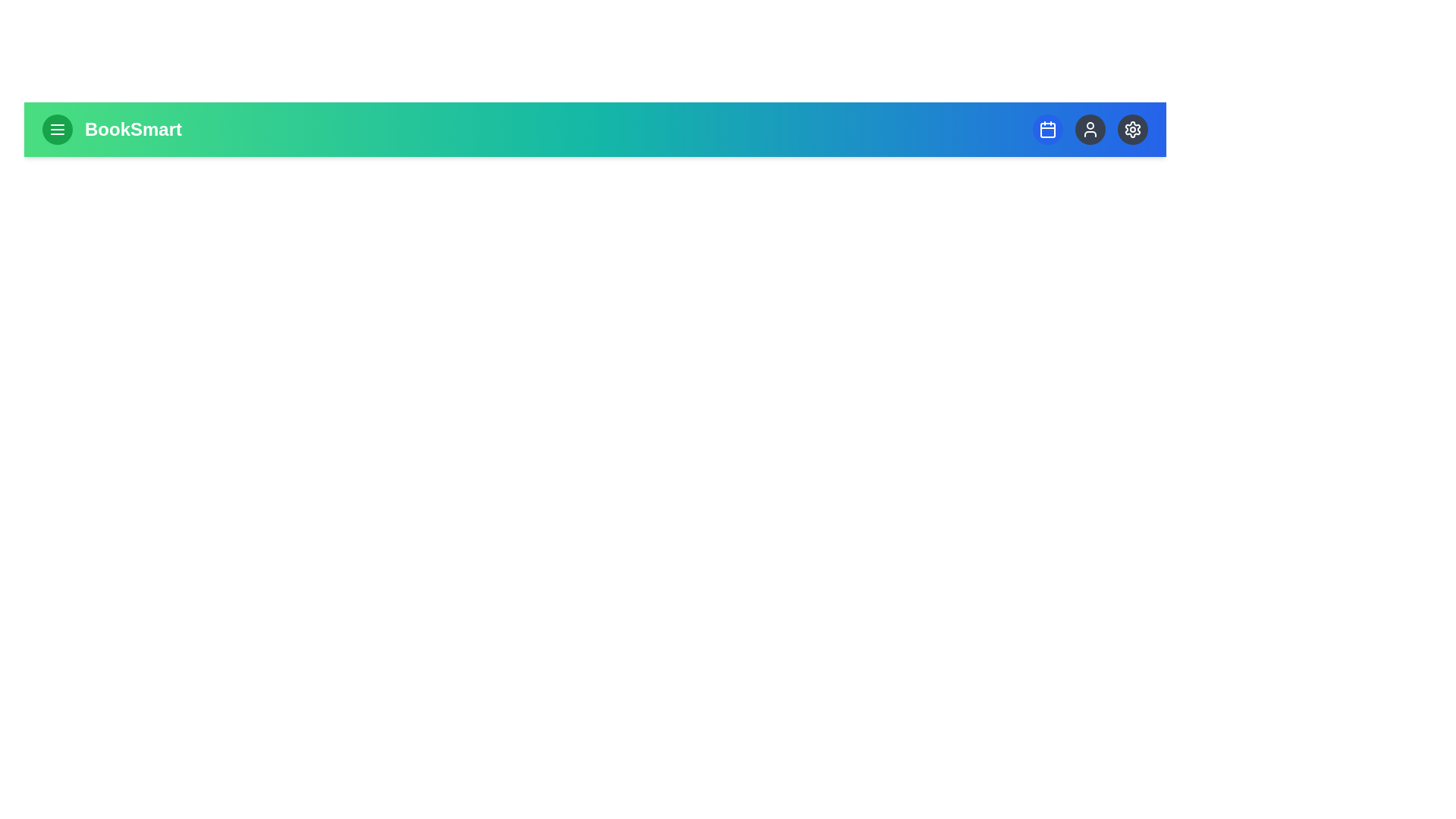 The width and height of the screenshot is (1456, 819). I want to click on the calendar icon button to view the calendar, so click(1047, 128).